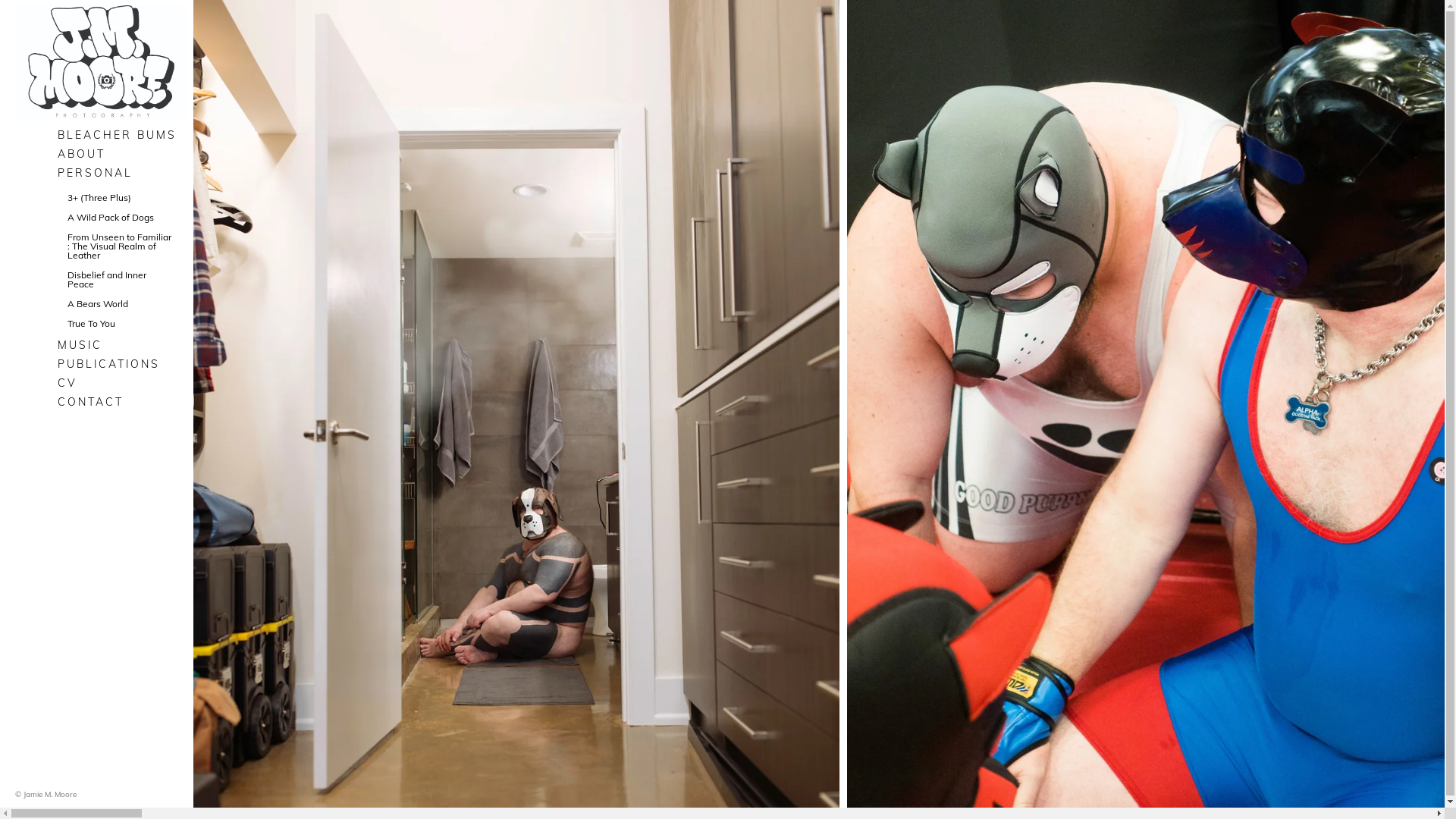  What do you see at coordinates (118, 133) in the screenshot?
I see `'BLEACHER BUMS'` at bounding box center [118, 133].